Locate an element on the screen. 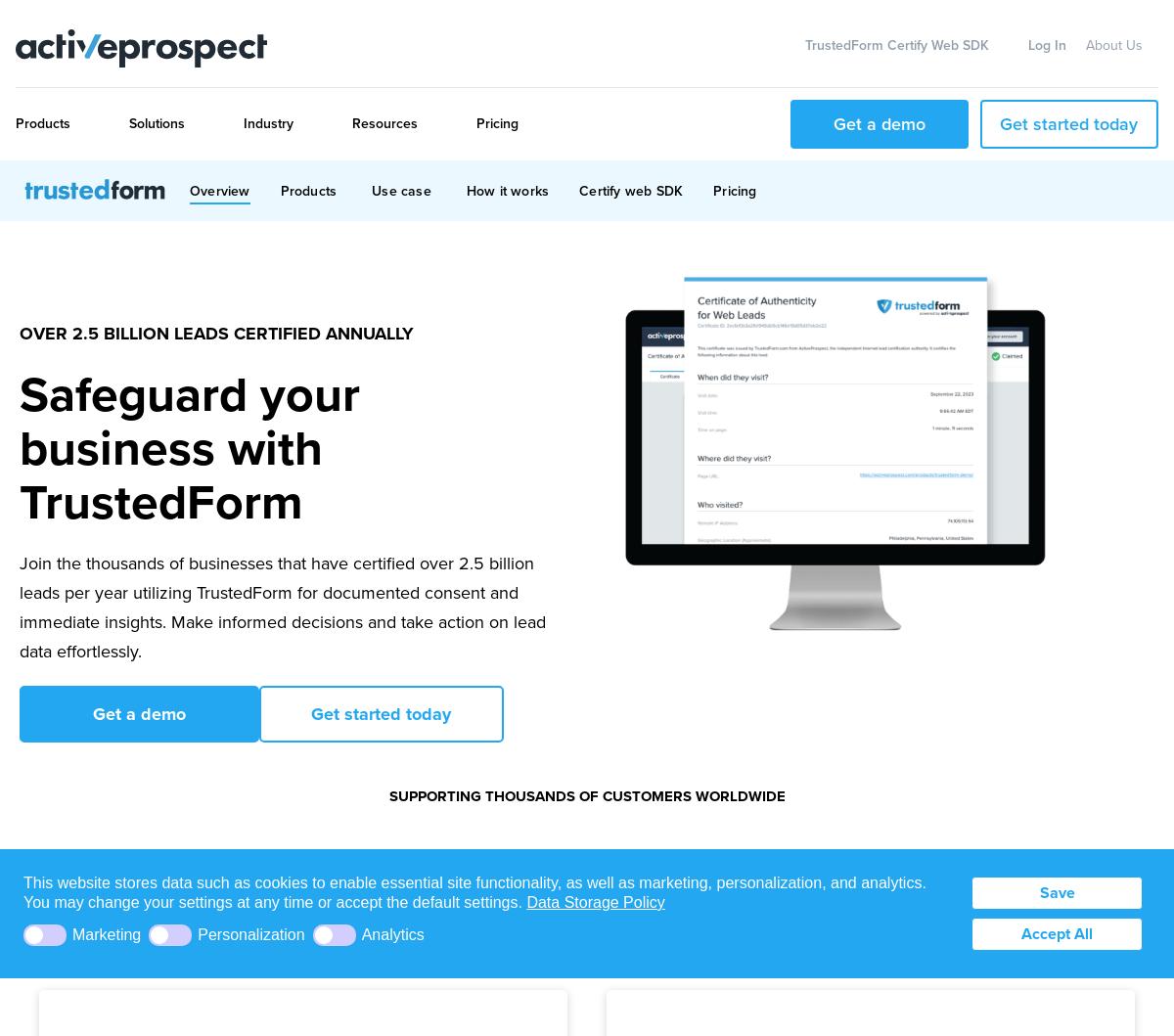 The width and height of the screenshot is (1174, 1036). 'Join the thousands of businesses that have certified over 2.5 billion leads per year utilizing TrustedForm for documented consent and immediate insights. Make informed decisions and take action on lead data effortlessly.' is located at coordinates (281, 606).